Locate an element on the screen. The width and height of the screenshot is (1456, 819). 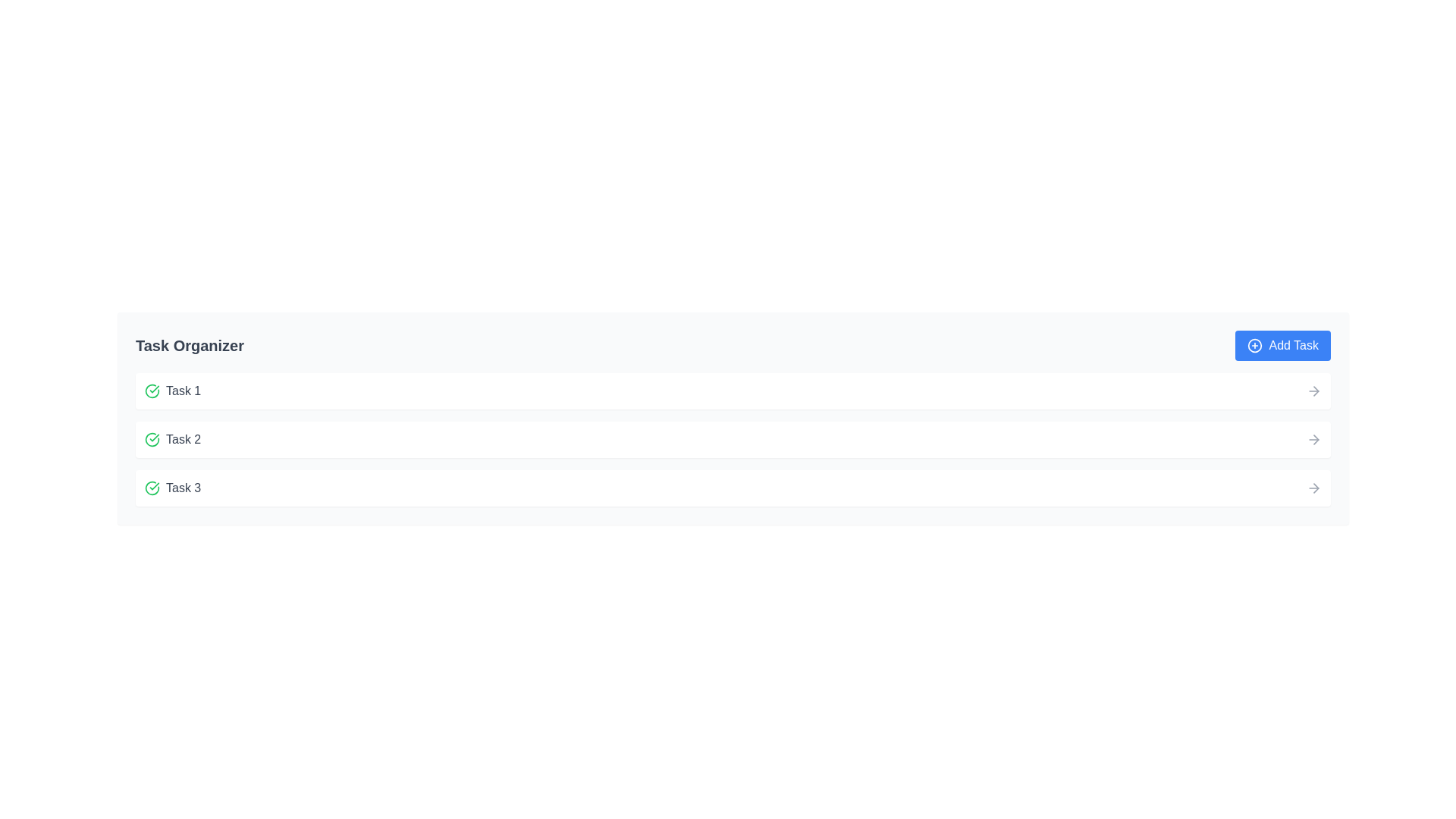
properties of the SVG icon that indicates the completion status of 'Task 1', located at the leftmost part of the row is located at coordinates (152, 391).